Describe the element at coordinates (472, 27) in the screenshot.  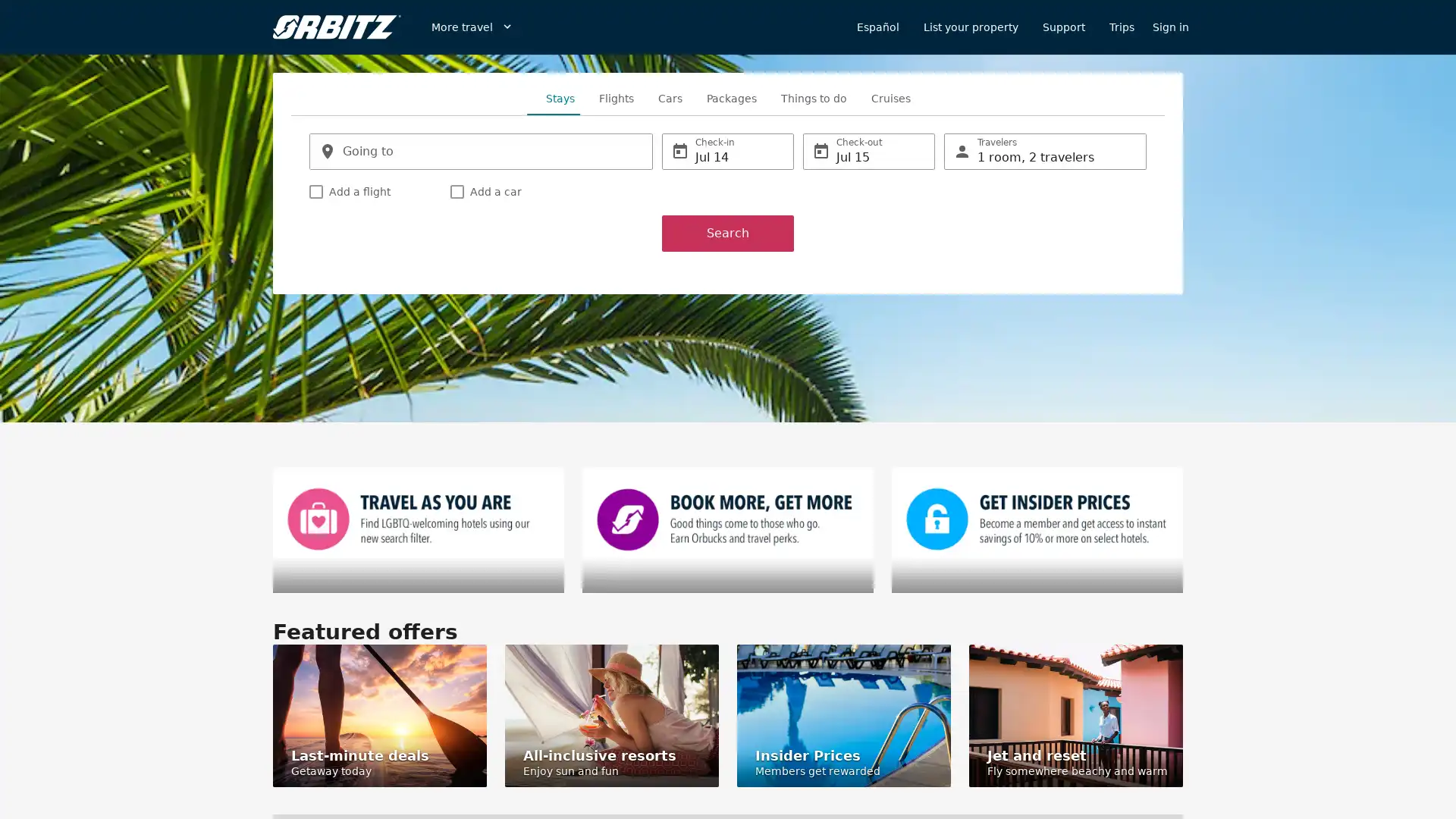
I see `More travel` at that location.